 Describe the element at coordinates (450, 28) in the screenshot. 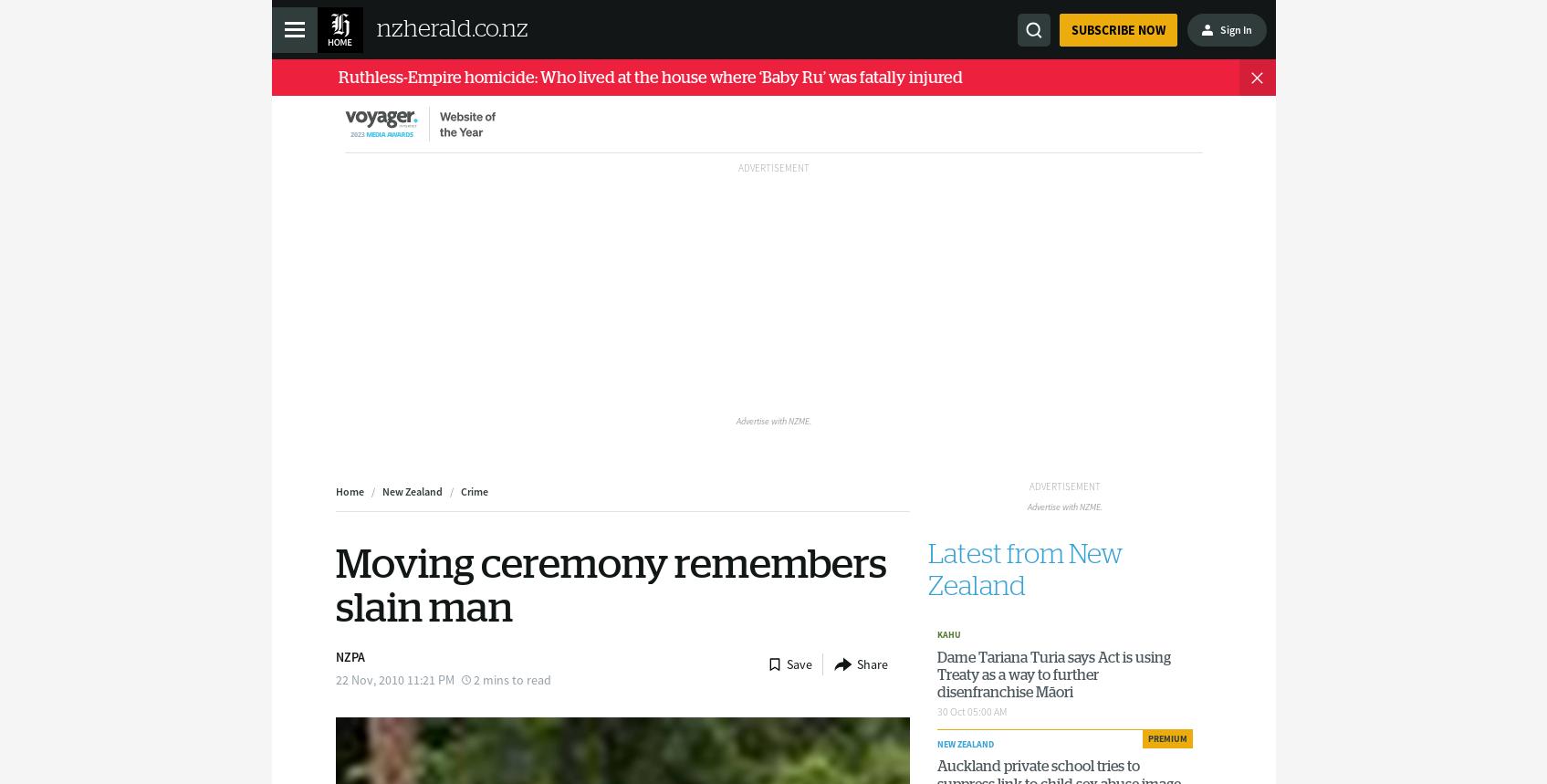

I see `'nzherald.co.nz'` at that location.